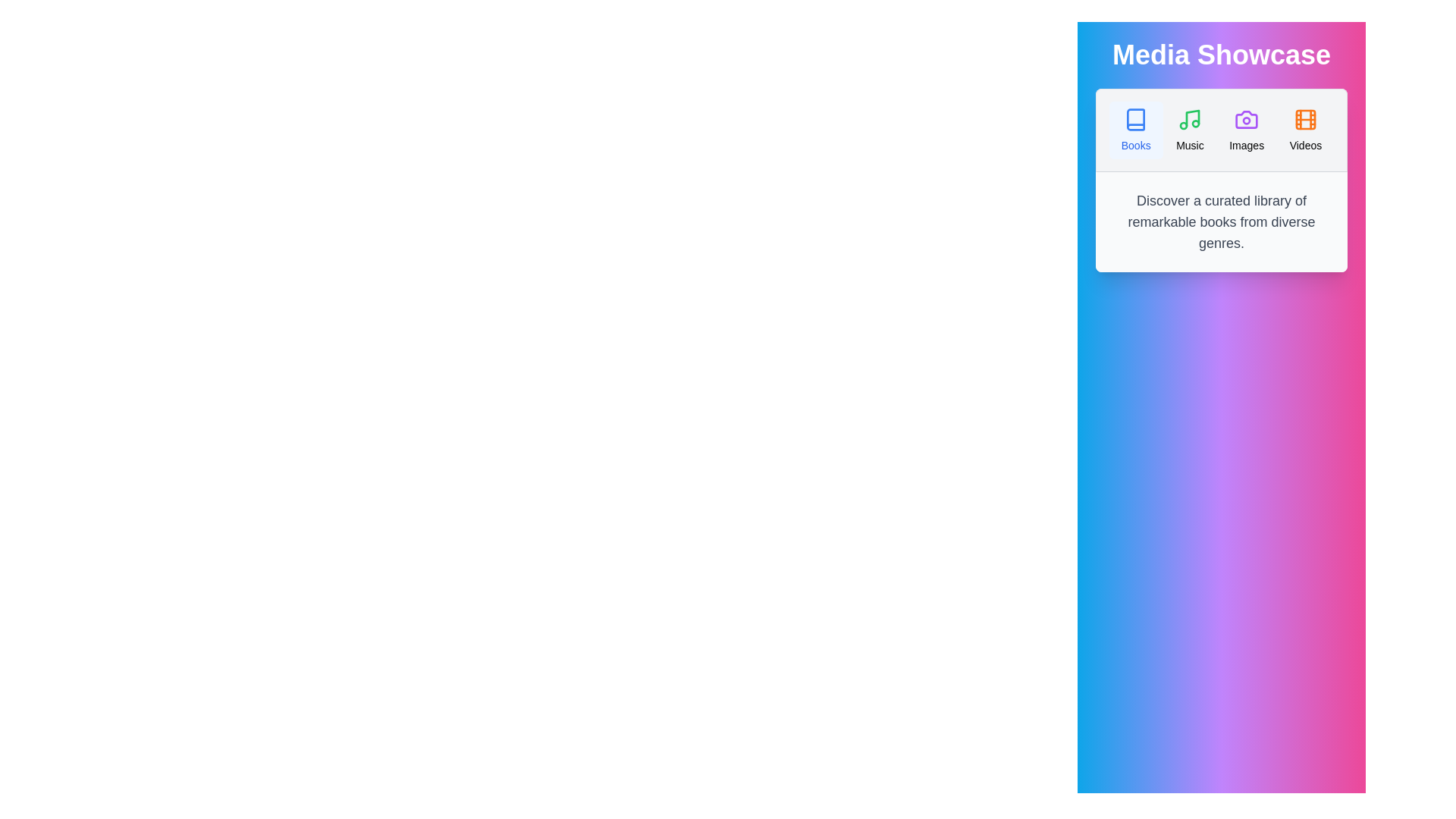 This screenshot has width=1456, height=819. What do you see at coordinates (1304, 130) in the screenshot?
I see `the Videos tab by clicking on it` at bounding box center [1304, 130].